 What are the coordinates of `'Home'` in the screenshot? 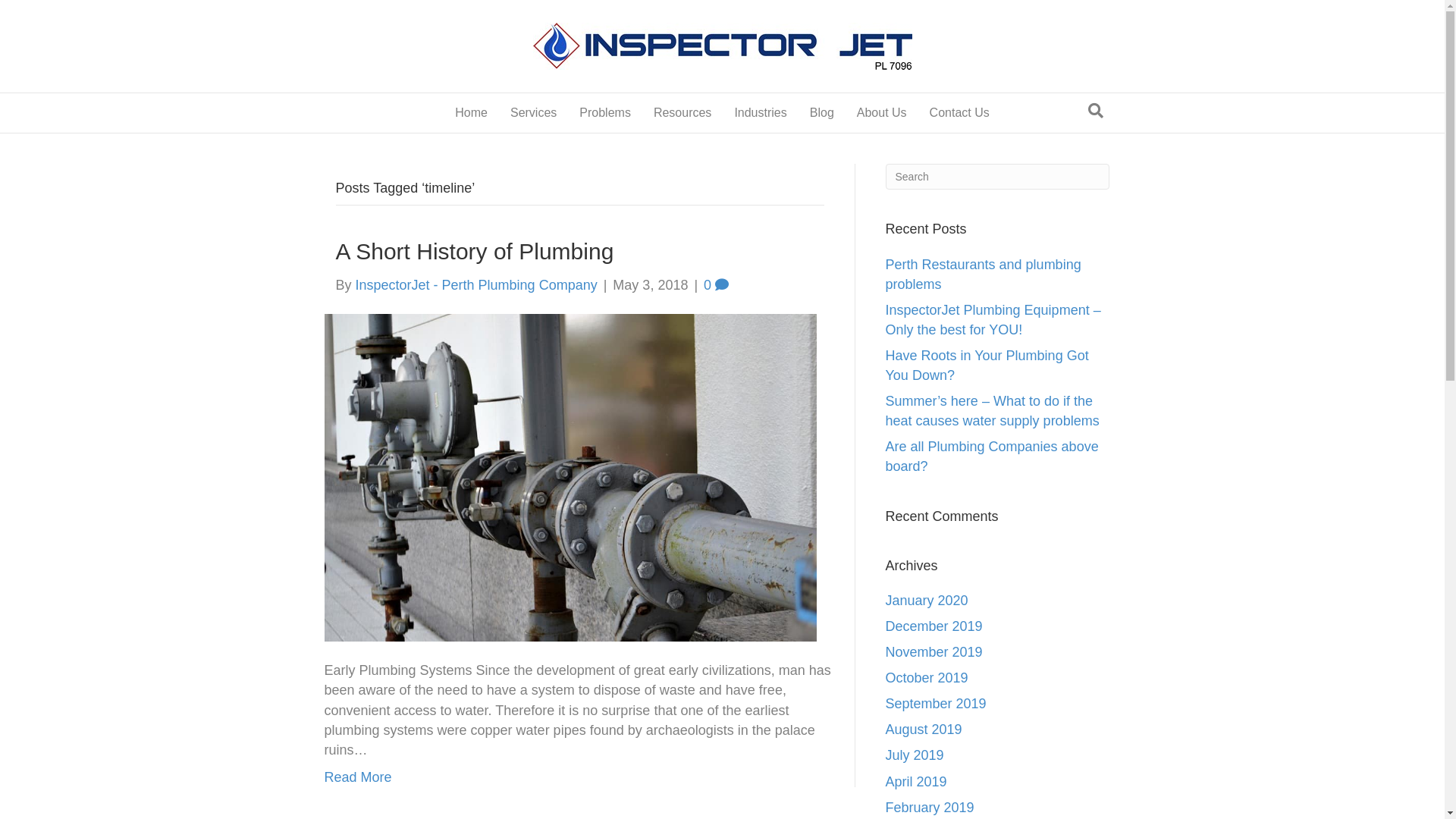 It's located at (470, 112).